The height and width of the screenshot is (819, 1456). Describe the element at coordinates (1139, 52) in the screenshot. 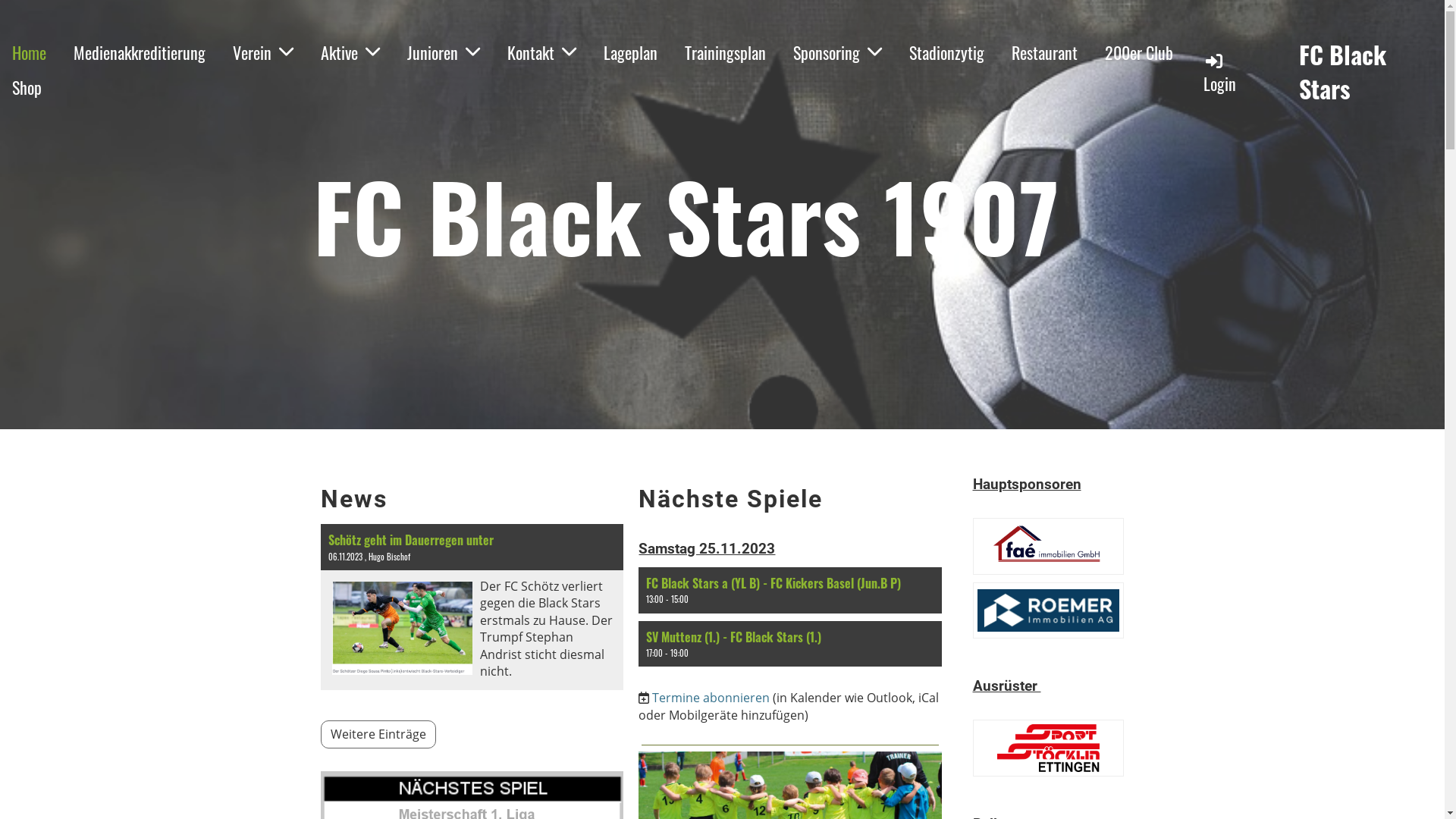

I see `'200er Club'` at that location.